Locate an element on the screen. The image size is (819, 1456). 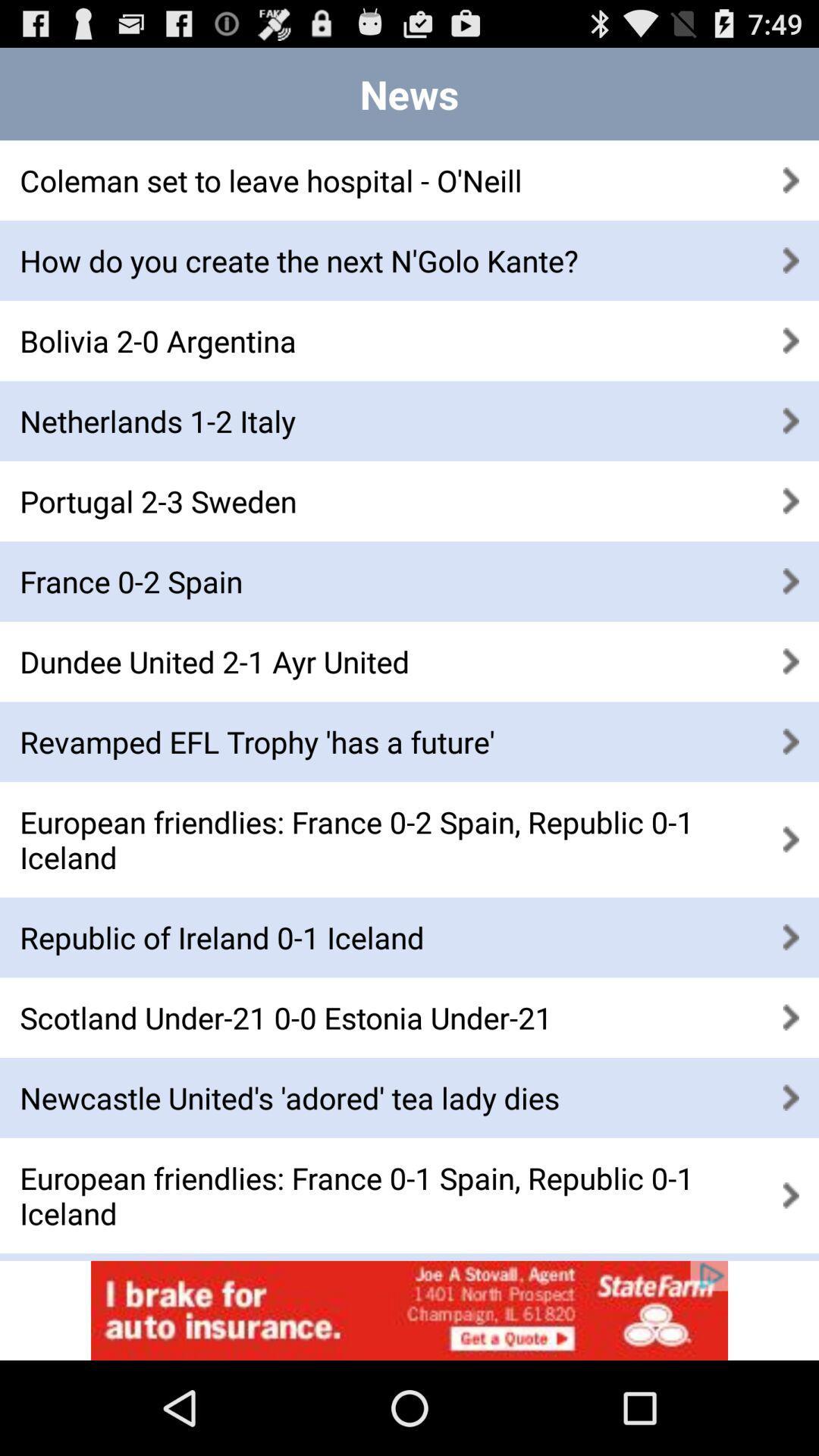
advertisement page is located at coordinates (409, 1310).